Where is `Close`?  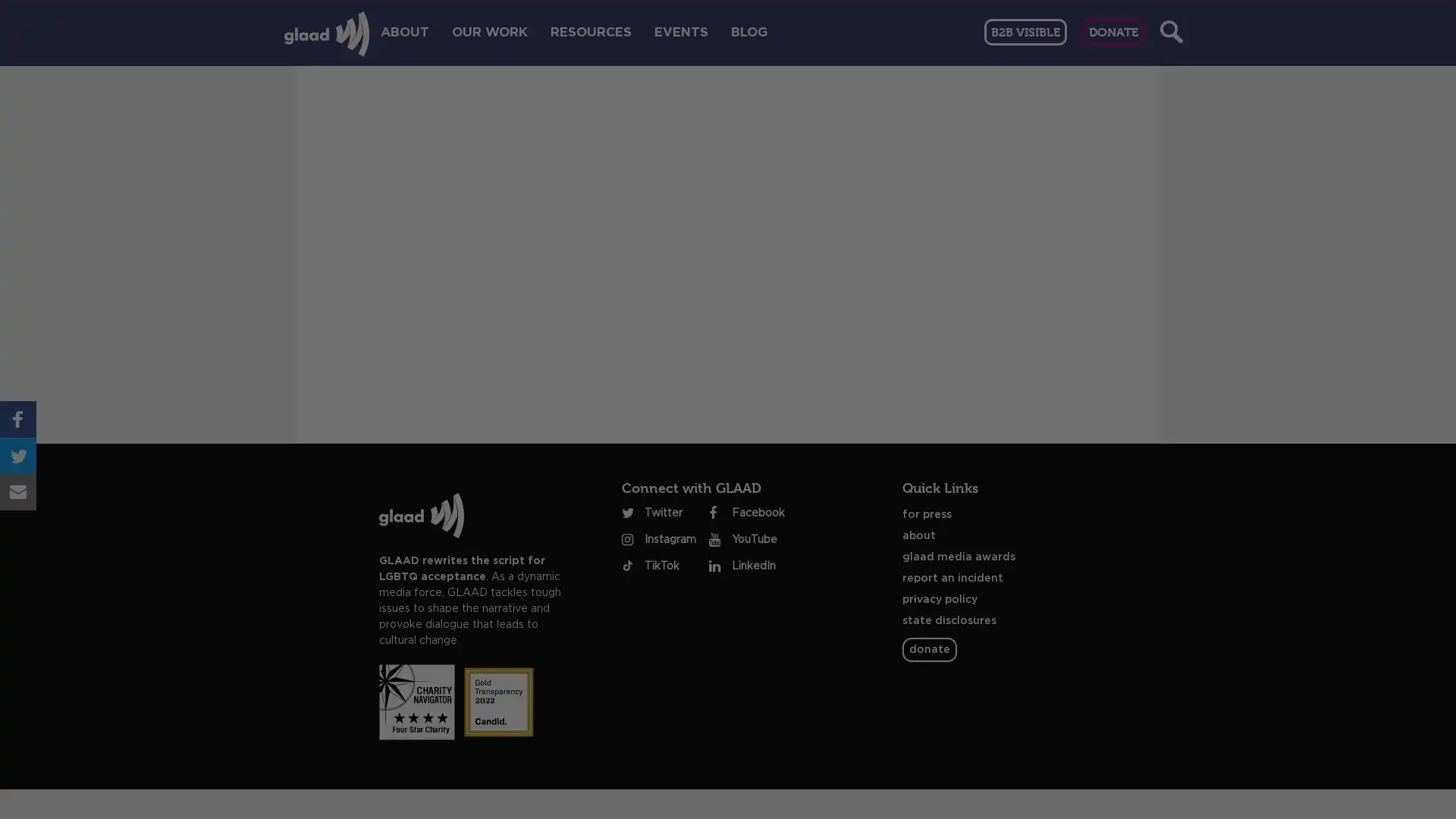 Close is located at coordinates (1106, 180).